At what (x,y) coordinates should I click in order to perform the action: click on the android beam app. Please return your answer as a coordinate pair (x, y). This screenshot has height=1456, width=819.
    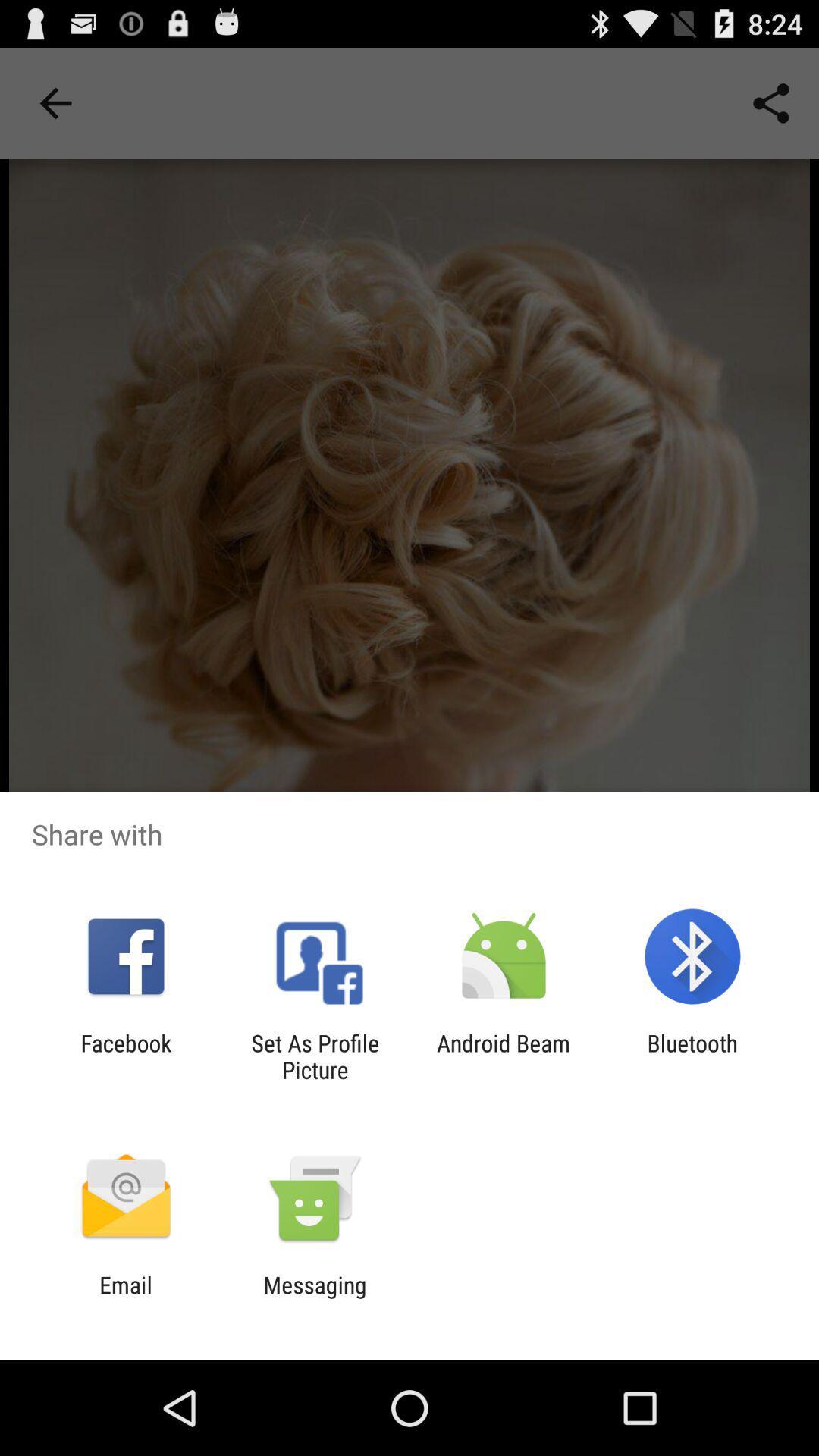
    Looking at the image, I should click on (504, 1056).